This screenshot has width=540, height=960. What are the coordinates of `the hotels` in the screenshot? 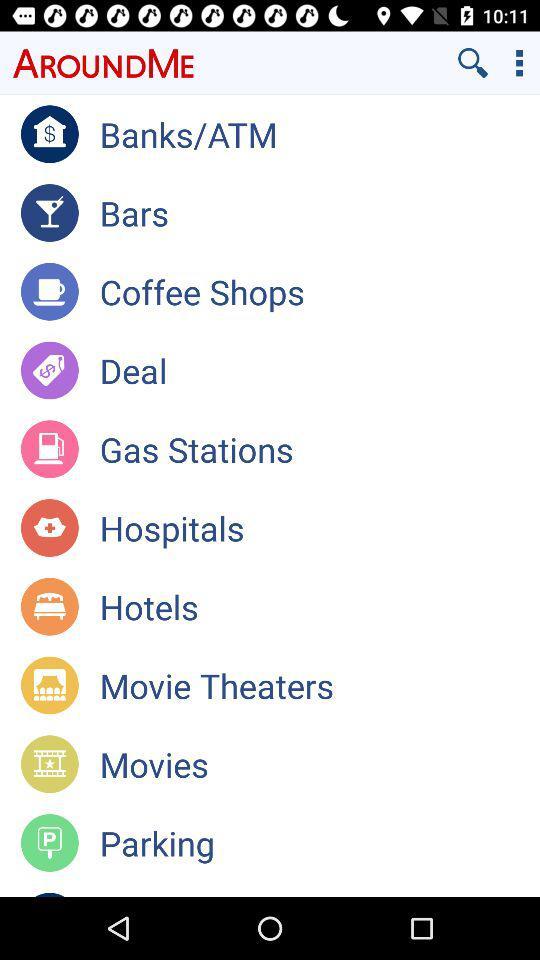 It's located at (319, 605).